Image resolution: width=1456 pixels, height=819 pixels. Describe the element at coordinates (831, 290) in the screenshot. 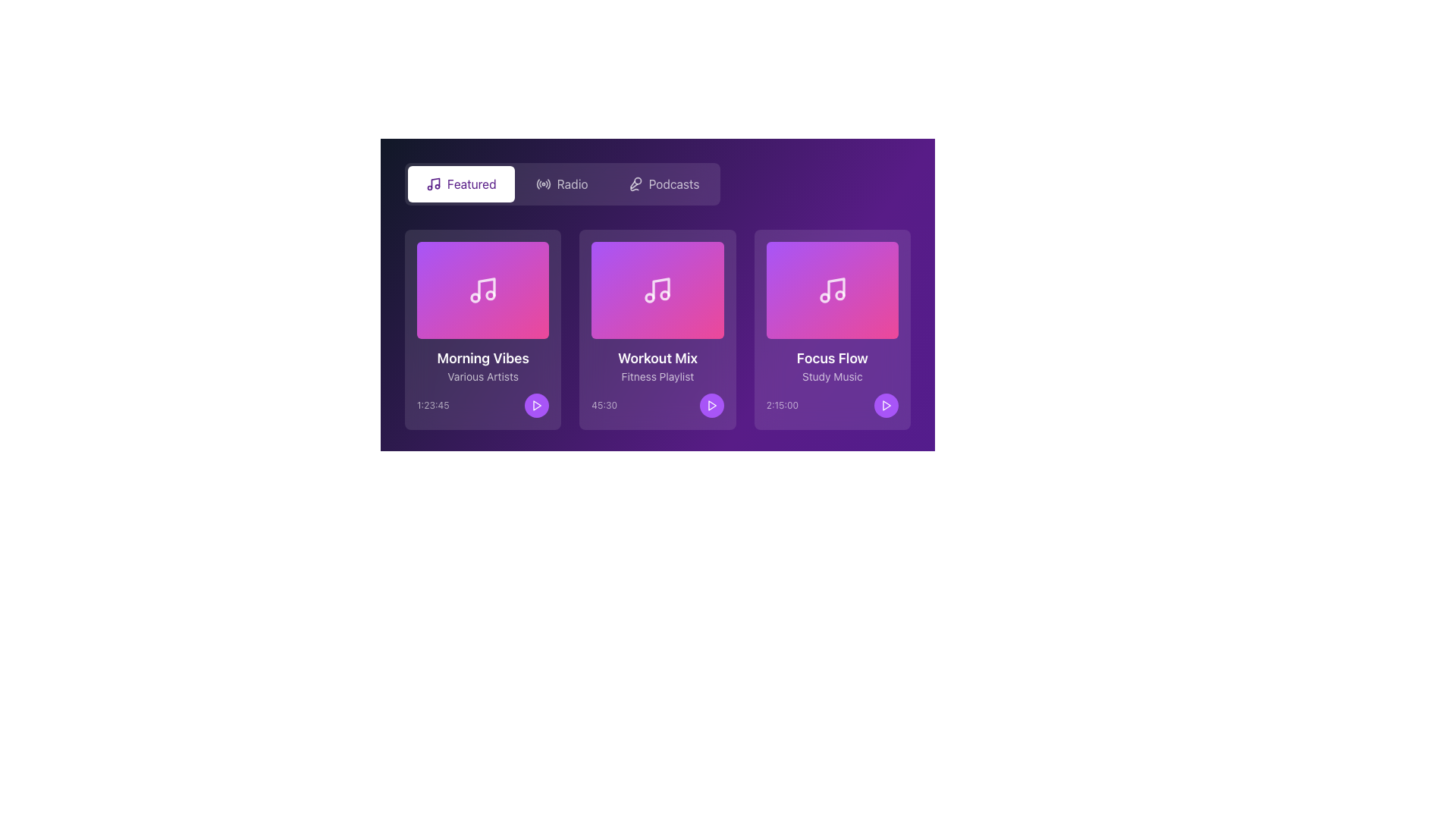

I see `the decorative background with the embedded musical notes icon within the 'Focus Flow' card, which emphasizes its content and theme` at that location.